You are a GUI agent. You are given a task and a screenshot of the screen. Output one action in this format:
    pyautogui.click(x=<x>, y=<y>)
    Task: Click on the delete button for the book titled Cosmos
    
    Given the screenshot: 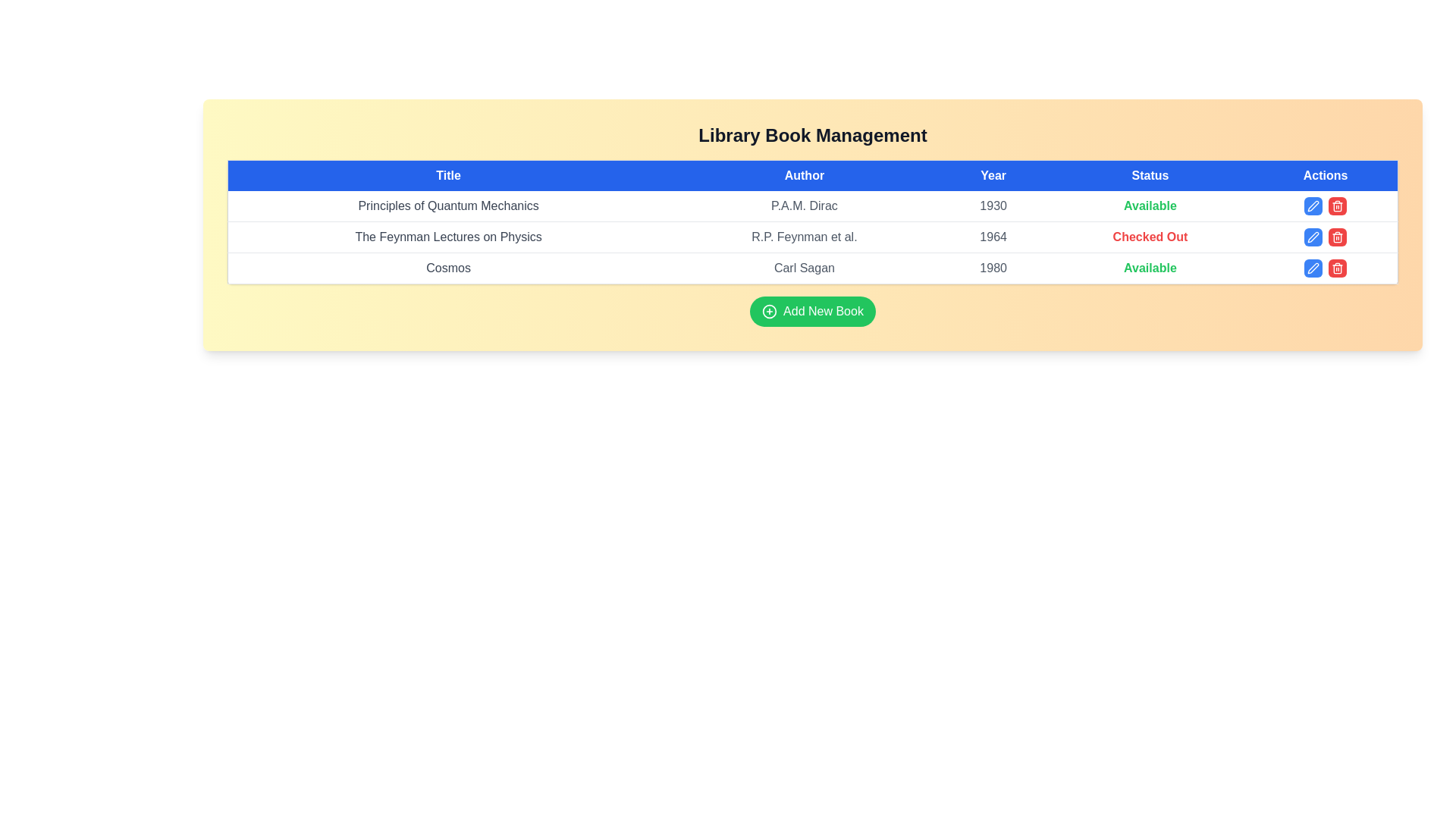 What is the action you would take?
    pyautogui.click(x=1338, y=268)
    